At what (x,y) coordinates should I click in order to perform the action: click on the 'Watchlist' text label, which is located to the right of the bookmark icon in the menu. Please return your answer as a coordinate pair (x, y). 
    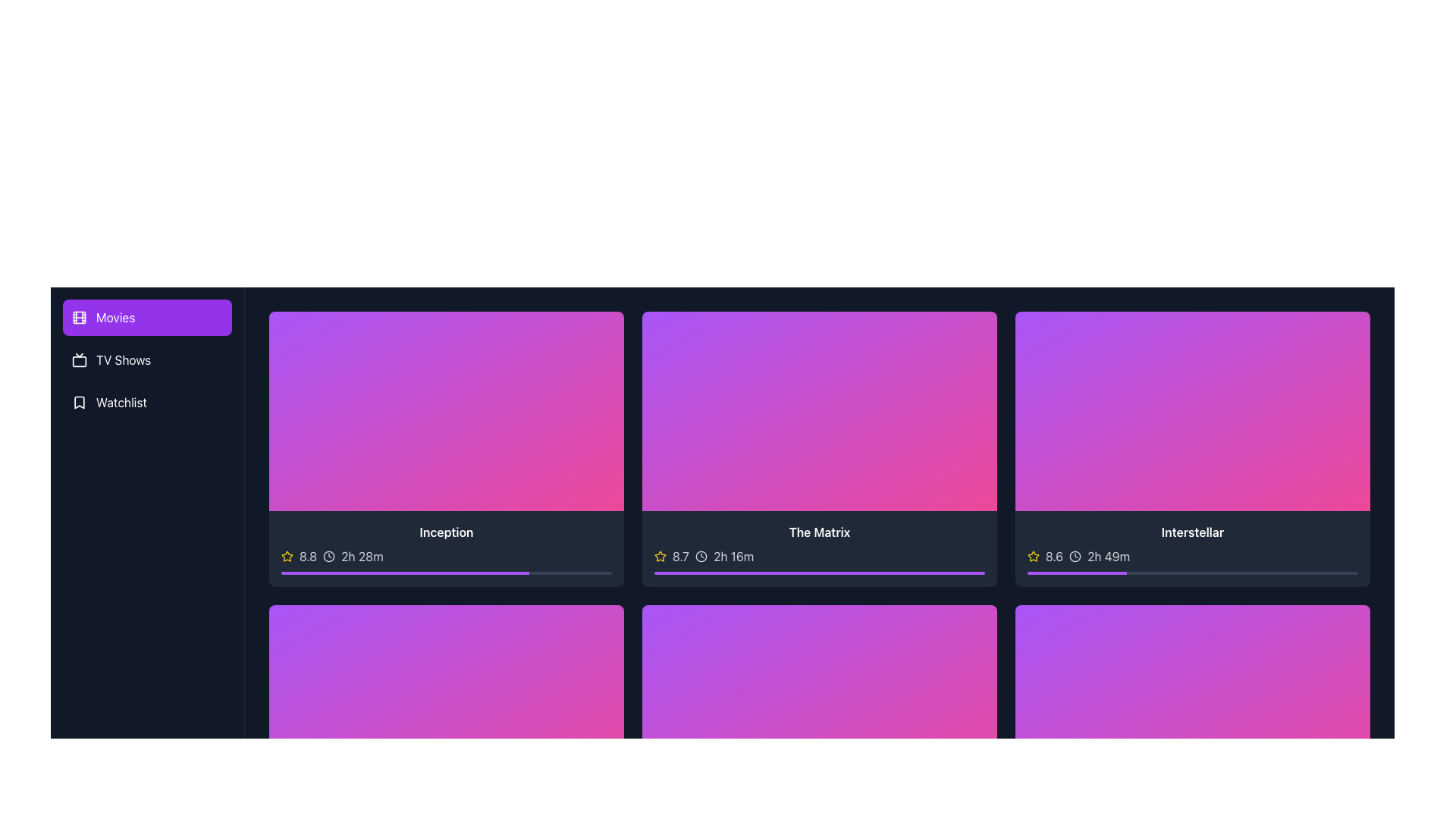
    Looking at the image, I should click on (121, 402).